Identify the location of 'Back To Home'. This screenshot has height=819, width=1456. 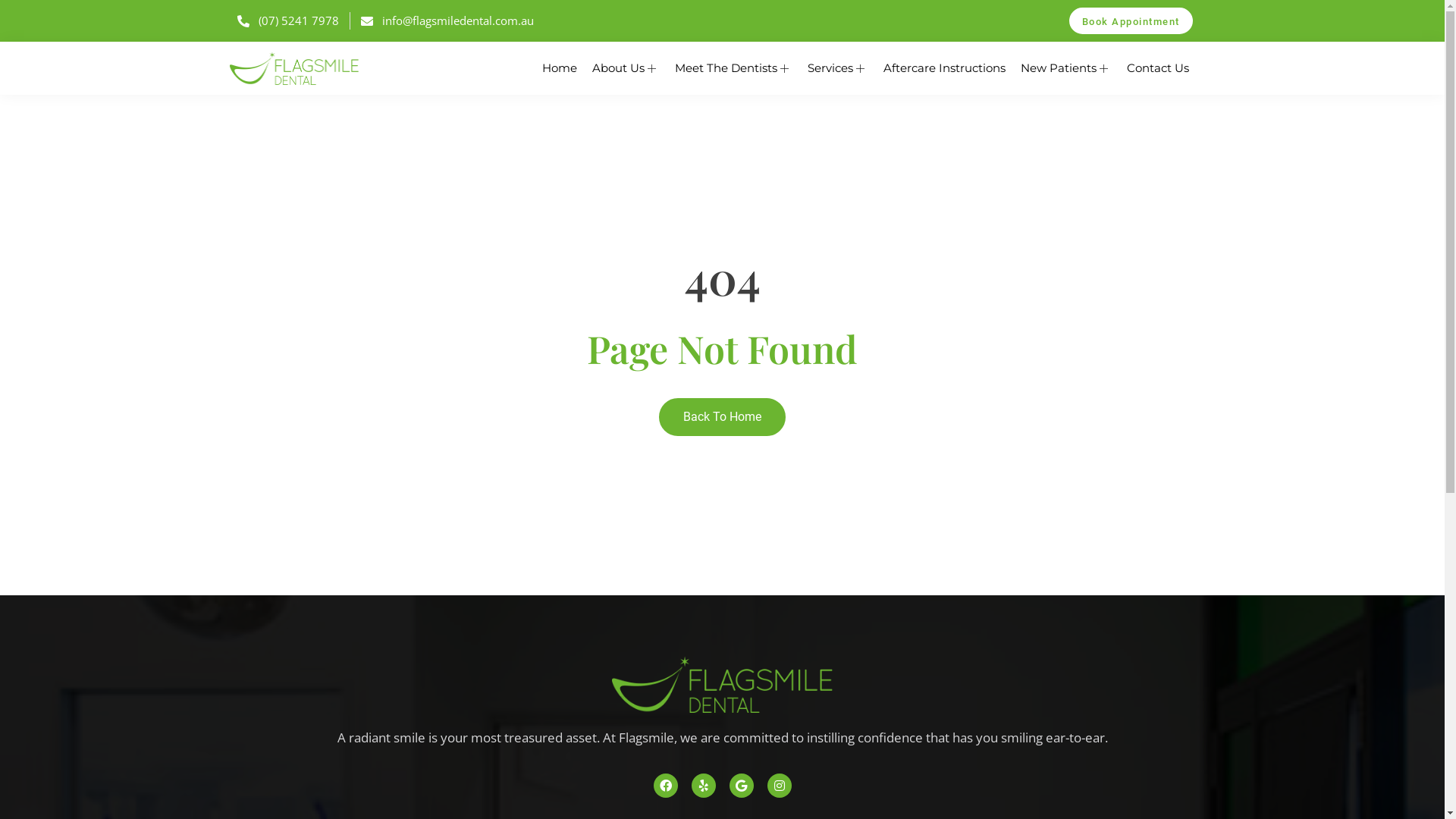
(721, 417).